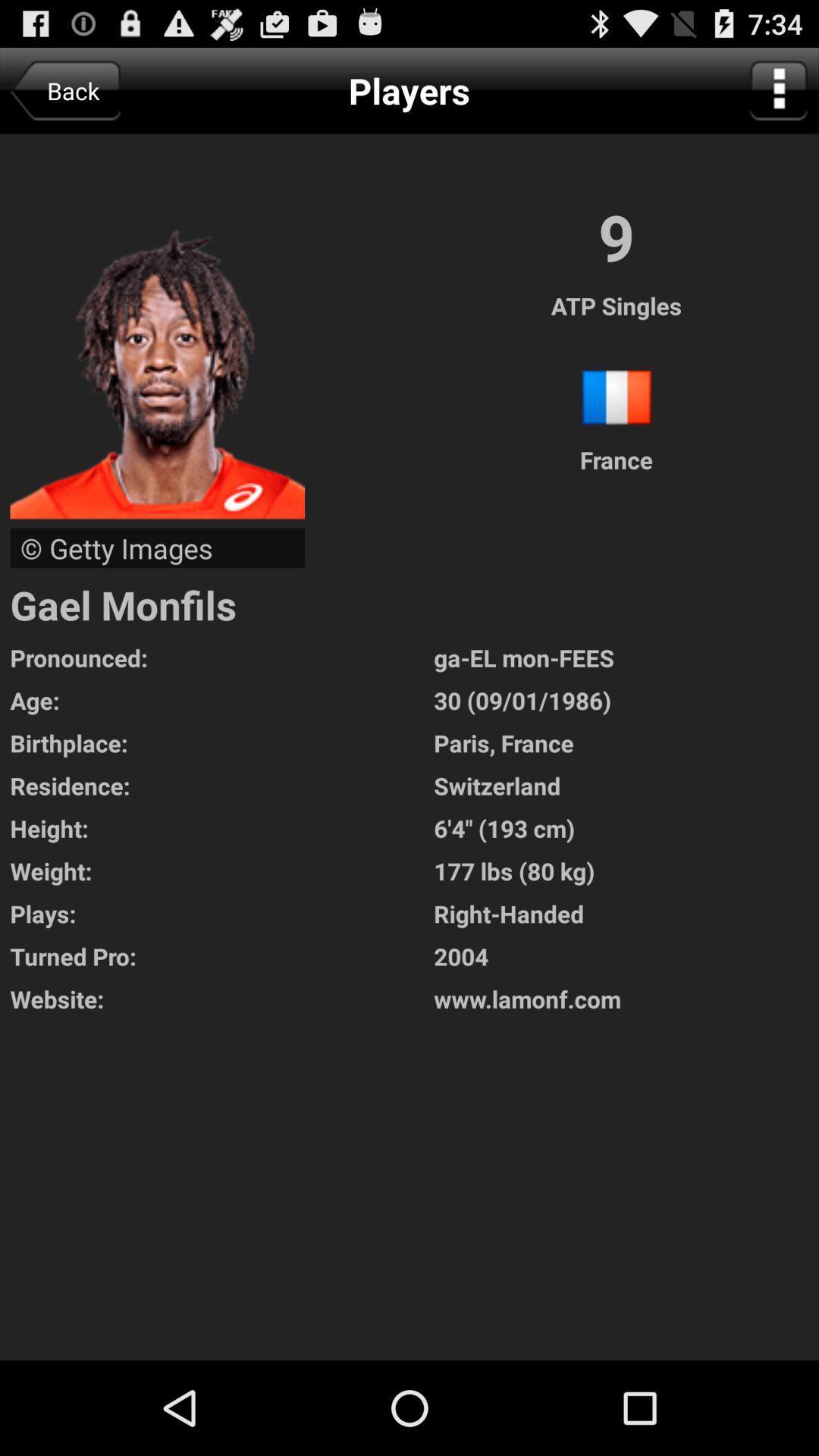 Image resolution: width=819 pixels, height=1456 pixels. I want to click on the birthplace: icon, so click(221, 742).